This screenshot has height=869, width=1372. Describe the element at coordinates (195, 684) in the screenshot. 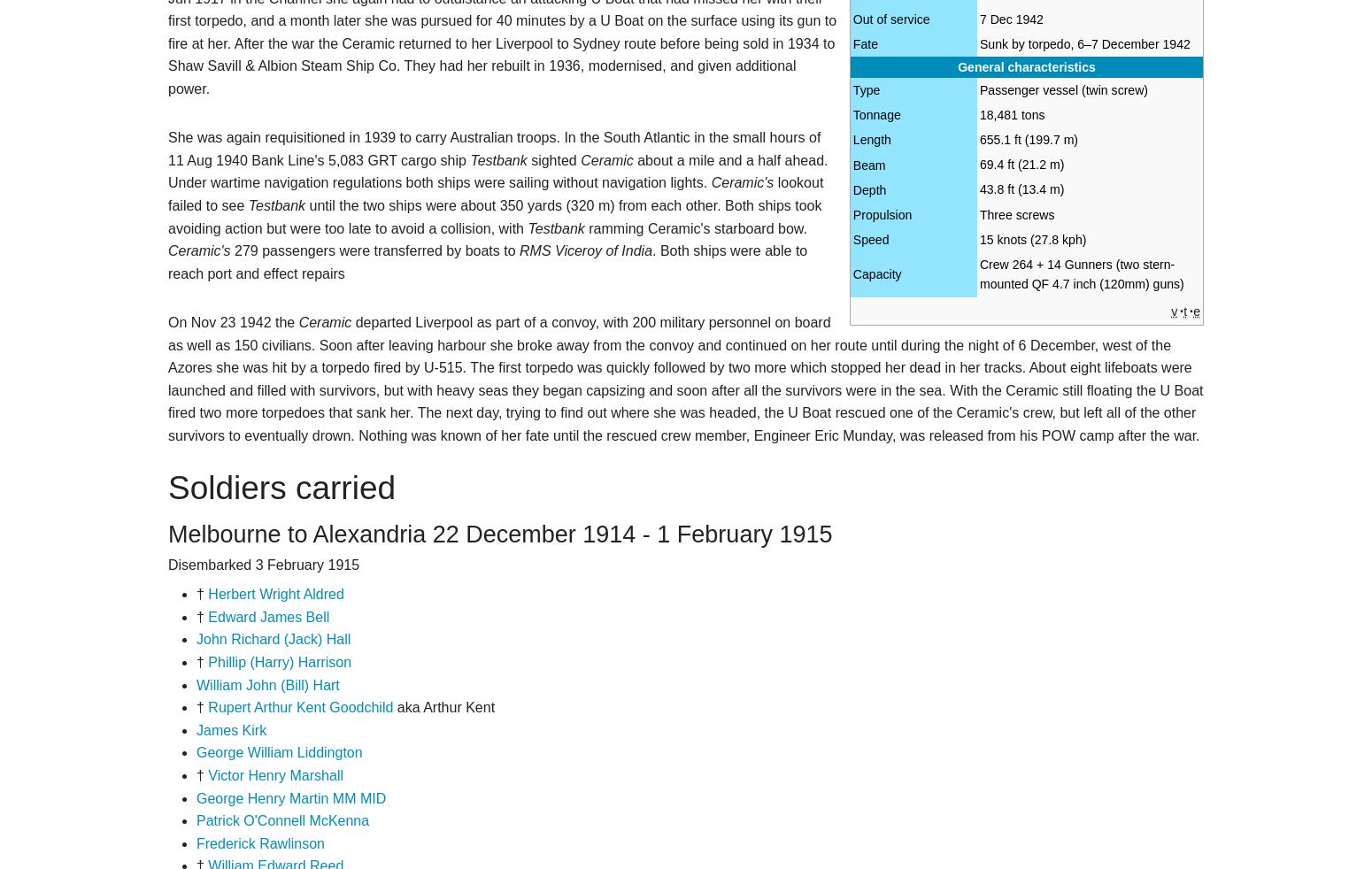

I see `'William John (Bill) Hart'` at that location.